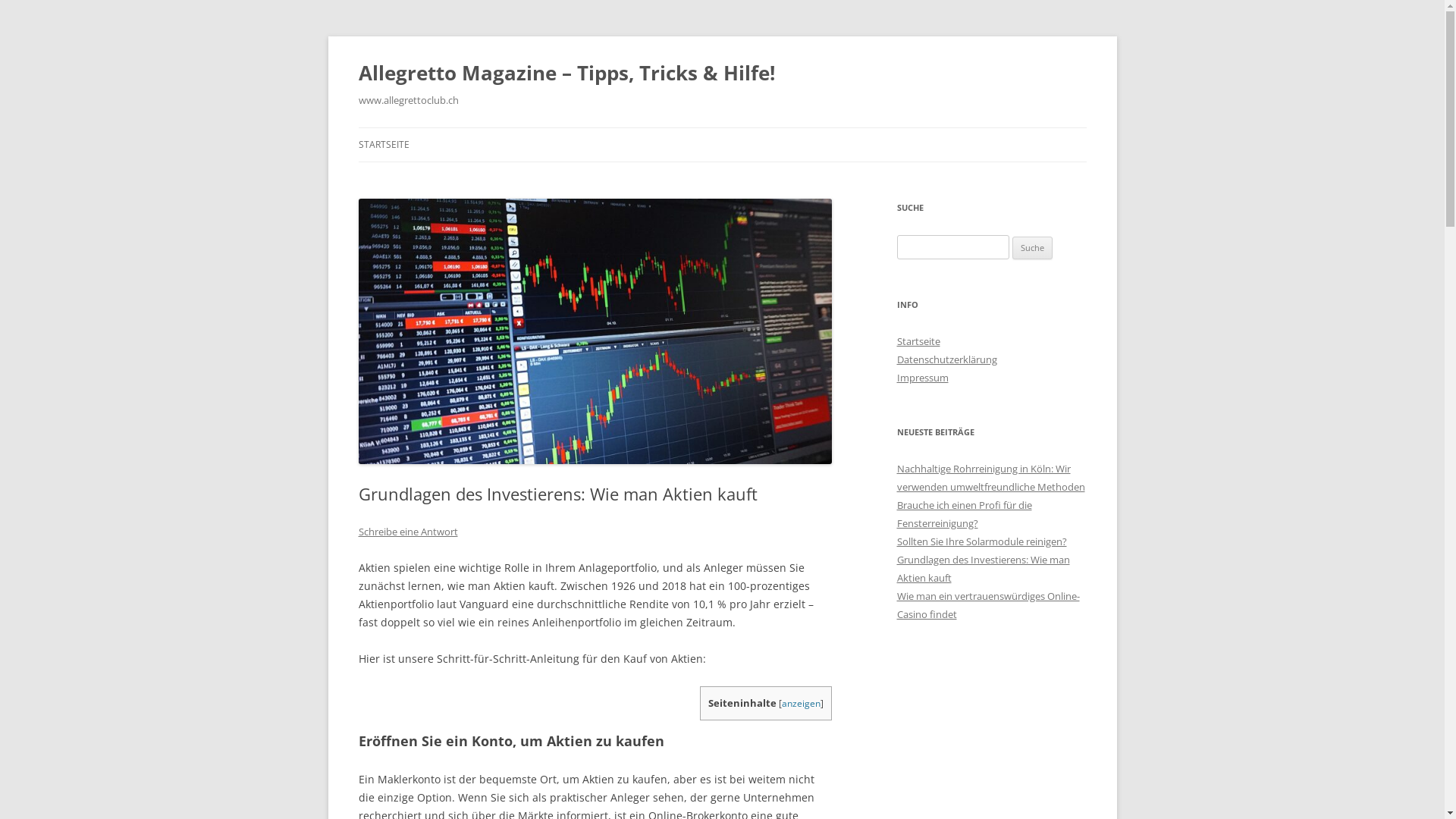 The height and width of the screenshot is (819, 1456). Describe the element at coordinates (800, 703) in the screenshot. I see `'anzeigen'` at that location.